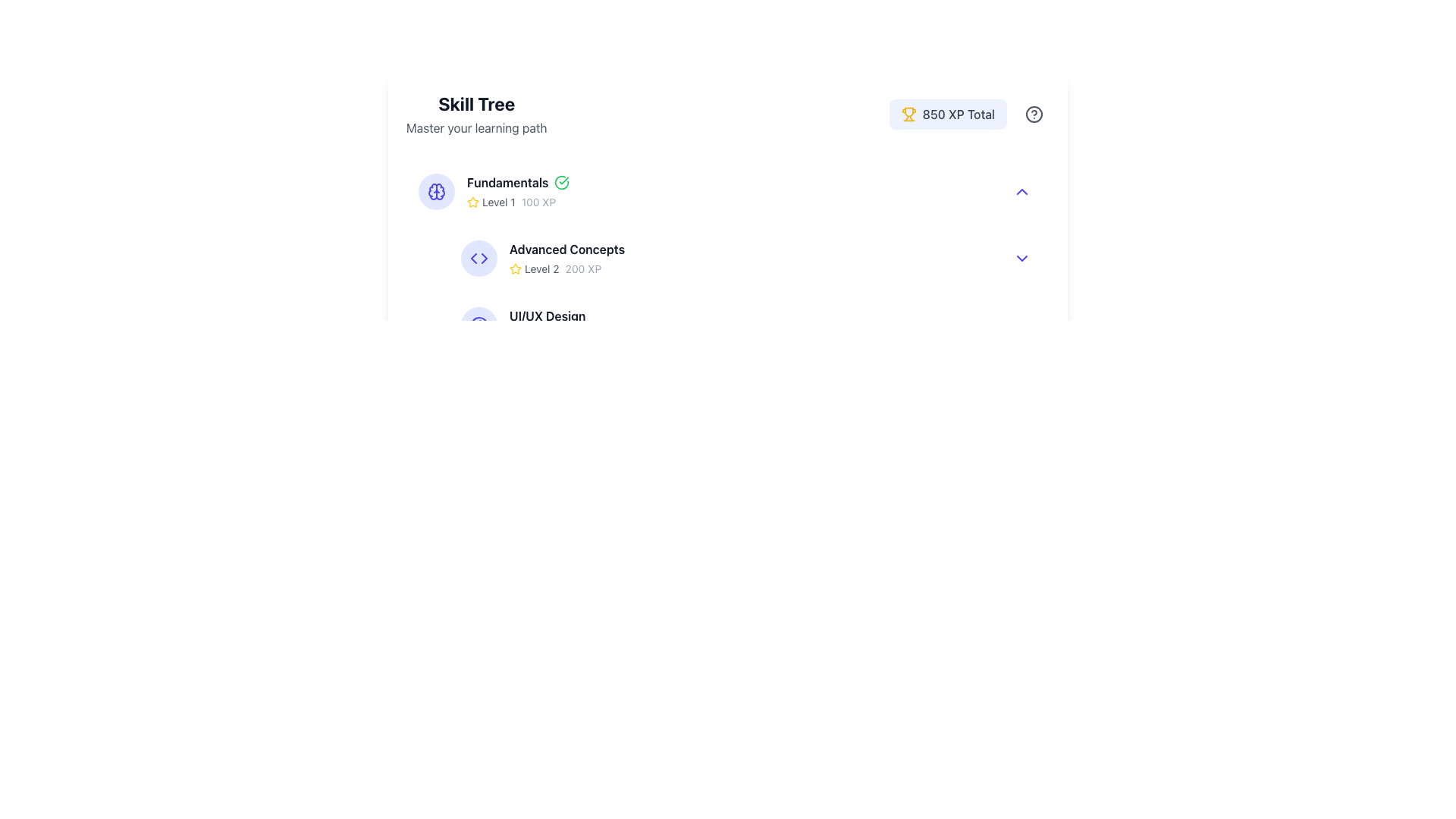  What do you see at coordinates (436, 191) in the screenshot?
I see `the brain-shaped outline icon in vivid indigo color located at the top-left corner of the 'Fundamentals' section, which is within a circular background and has the label 'Fundamentals' to its right` at bounding box center [436, 191].